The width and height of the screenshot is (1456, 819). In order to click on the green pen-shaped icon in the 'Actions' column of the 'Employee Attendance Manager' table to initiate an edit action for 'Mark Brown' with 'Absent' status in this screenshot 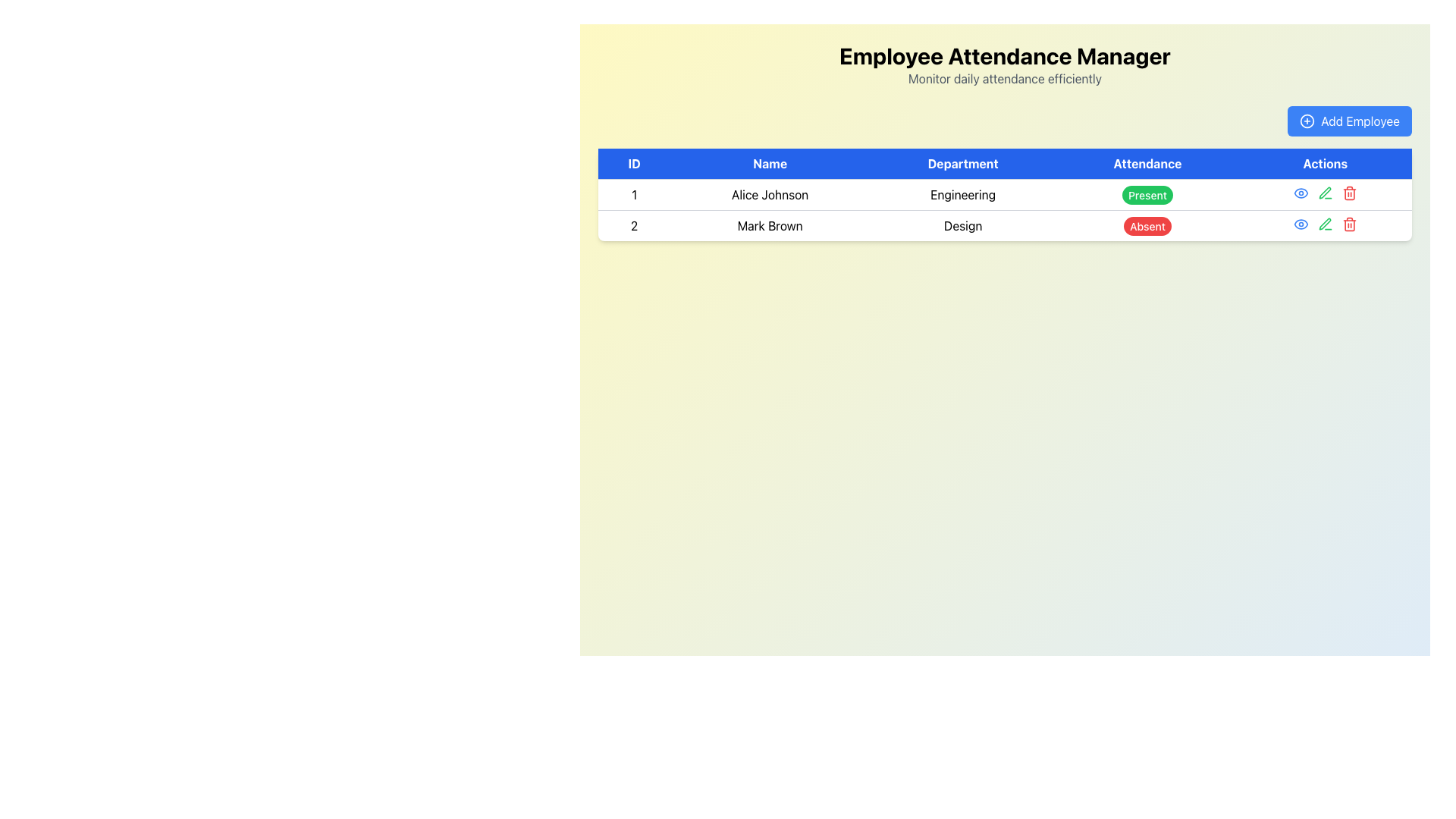, I will do `click(1324, 192)`.